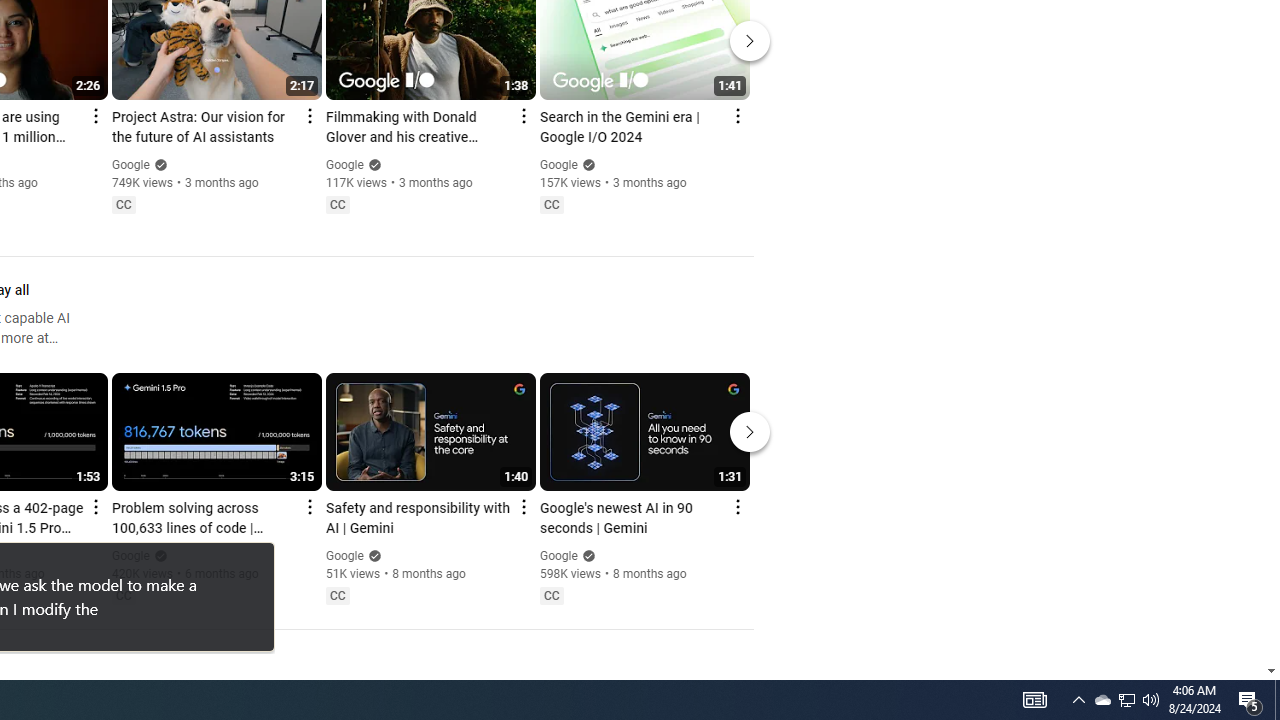  Describe the element at coordinates (551, 594) in the screenshot. I see `'Closed captions'` at that location.